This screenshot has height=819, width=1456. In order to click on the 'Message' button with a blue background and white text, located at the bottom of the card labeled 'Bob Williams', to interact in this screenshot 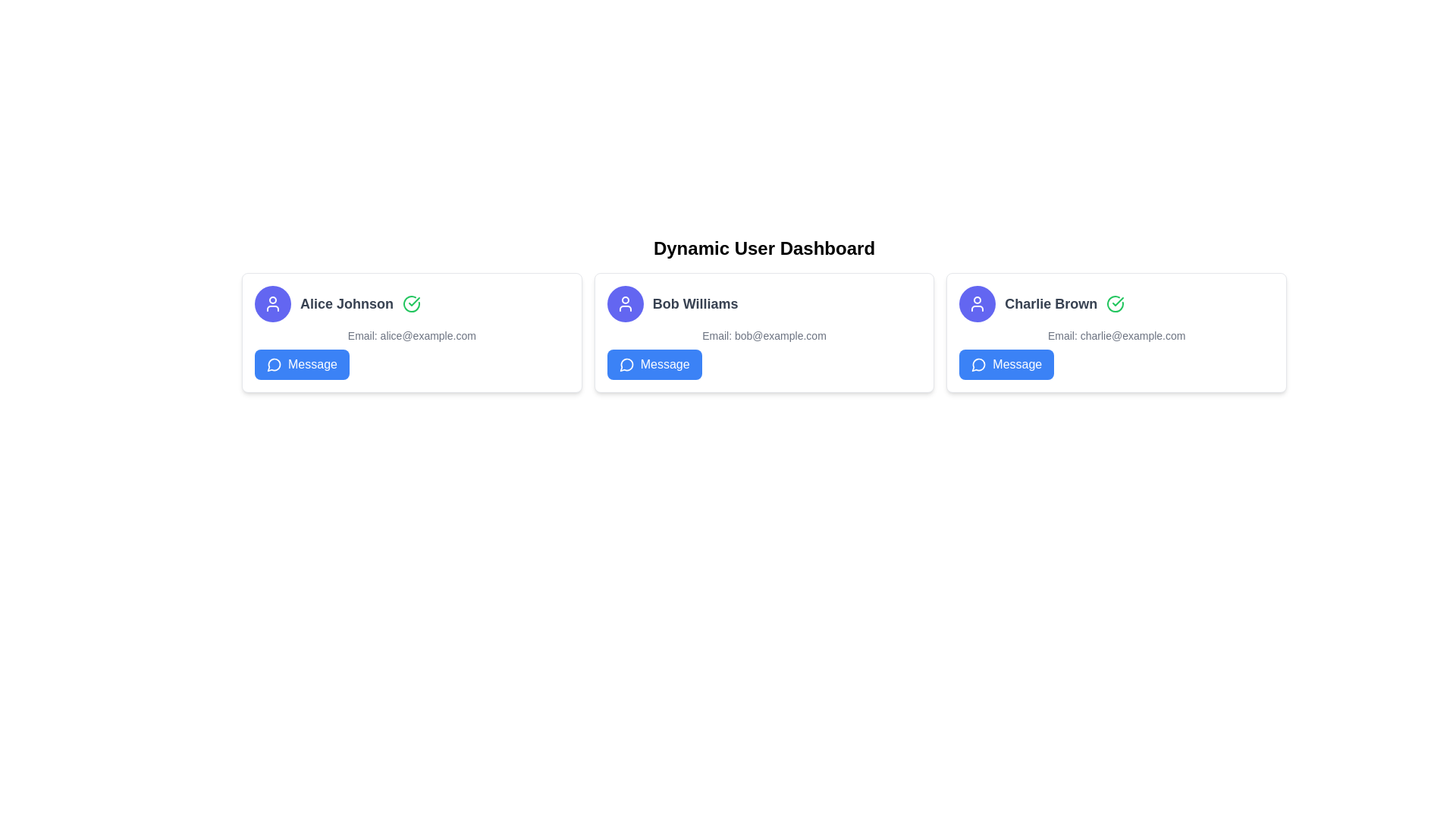, I will do `click(654, 365)`.